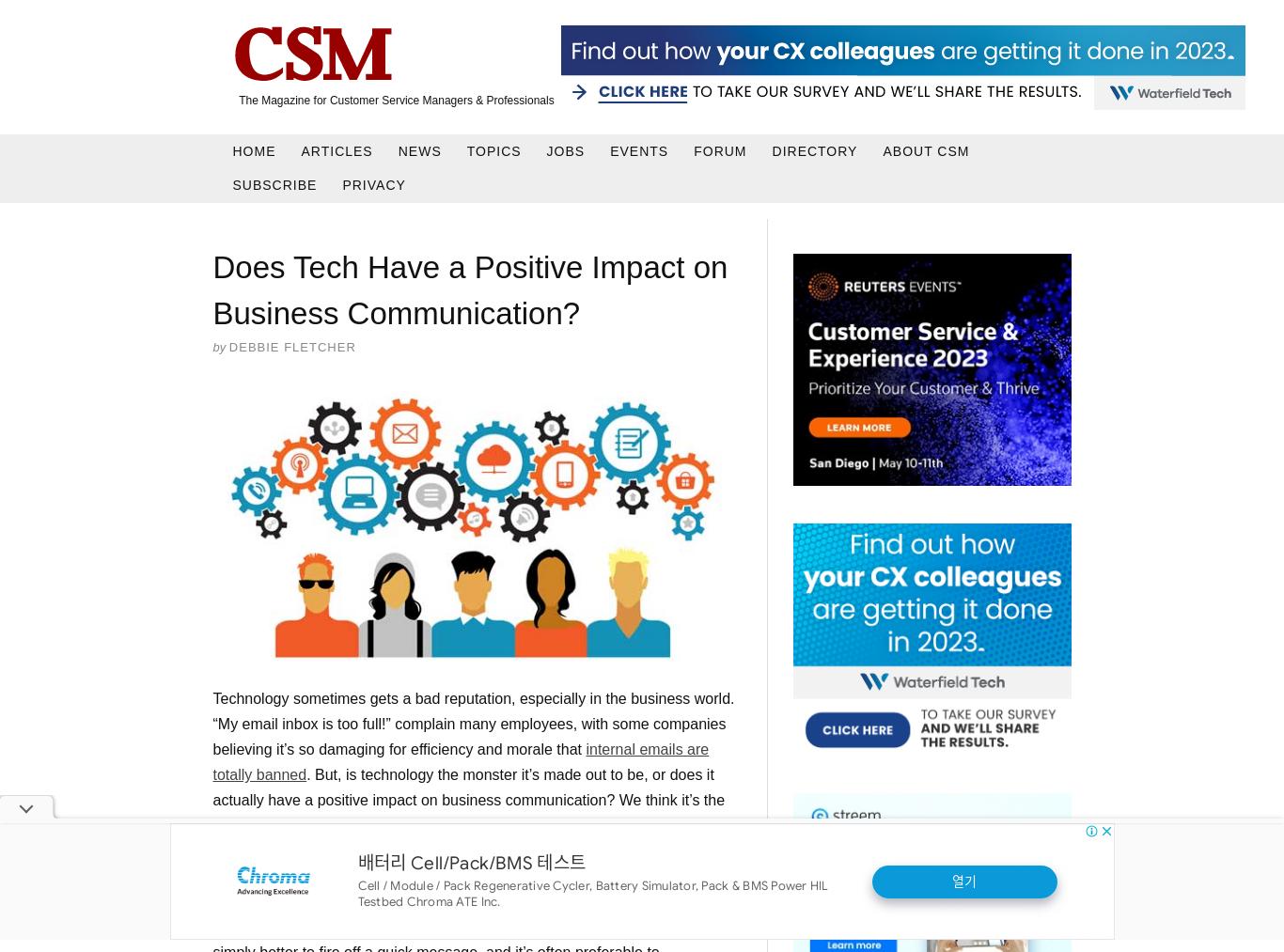 Image resolution: width=1284 pixels, height=952 pixels. What do you see at coordinates (301, 149) in the screenshot?
I see `'Articles'` at bounding box center [301, 149].